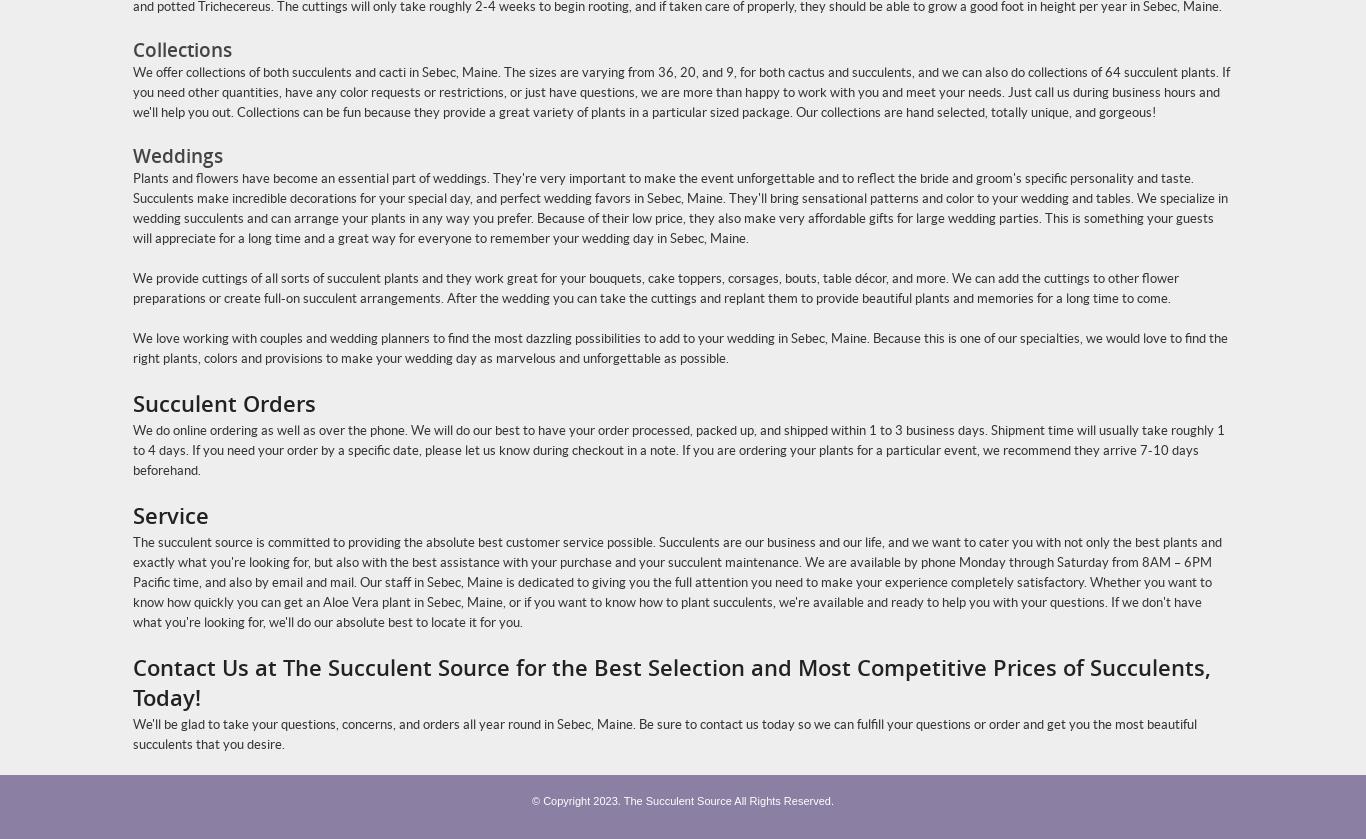 The height and width of the screenshot is (839, 1366). I want to click on 'Collections', so click(181, 50).